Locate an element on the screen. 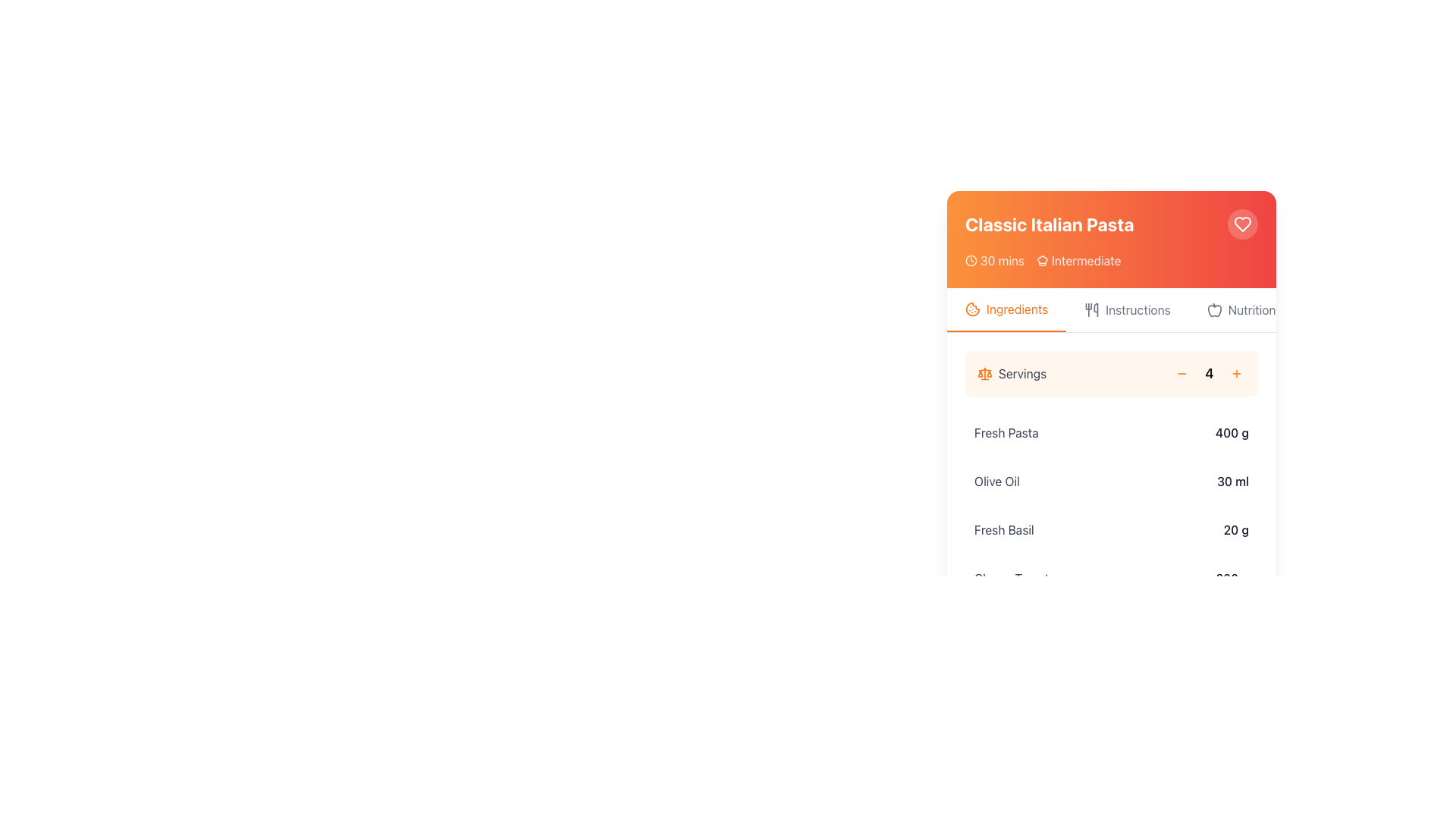 Image resolution: width=1456 pixels, height=819 pixels. the 'Intermediate' label, which is styled in white font against an orange gradient background, located in the top section of the panel next to a clock icon and under the 'Classic Italian Pasta' heading is located at coordinates (1085, 259).